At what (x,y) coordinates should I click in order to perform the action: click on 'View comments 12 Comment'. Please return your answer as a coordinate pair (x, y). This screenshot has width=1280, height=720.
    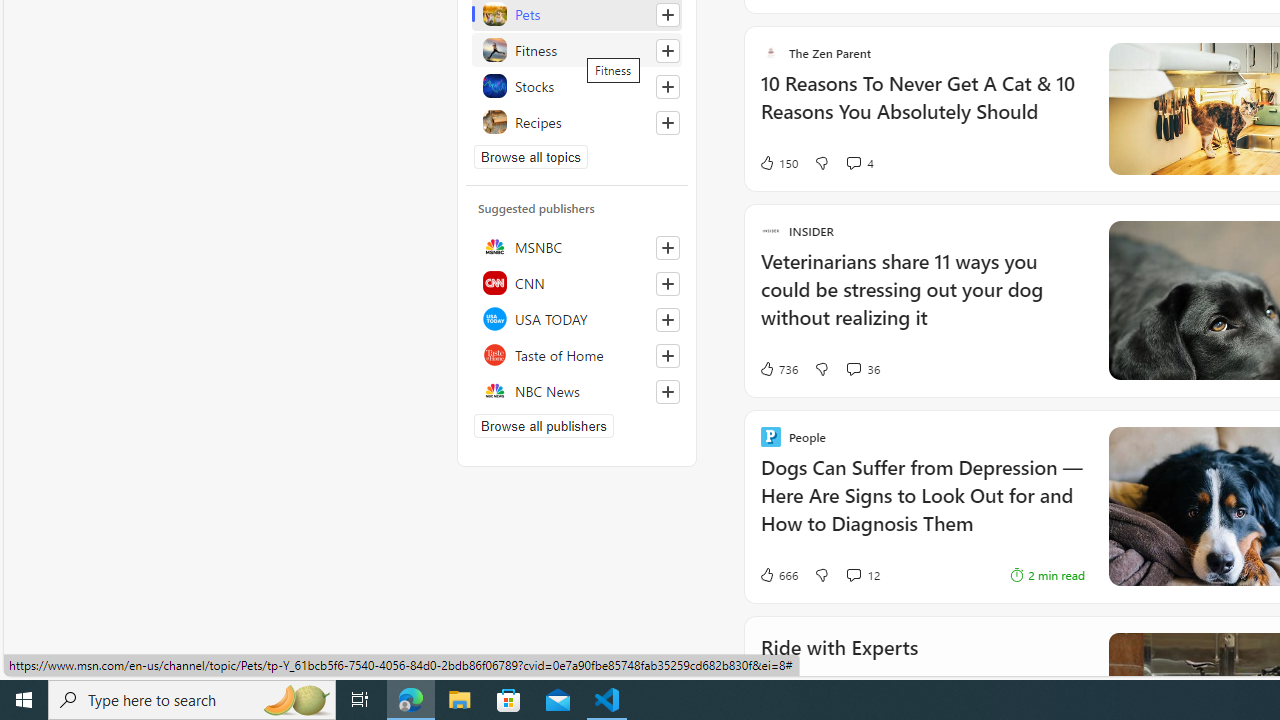
    Looking at the image, I should click on (853, 575).